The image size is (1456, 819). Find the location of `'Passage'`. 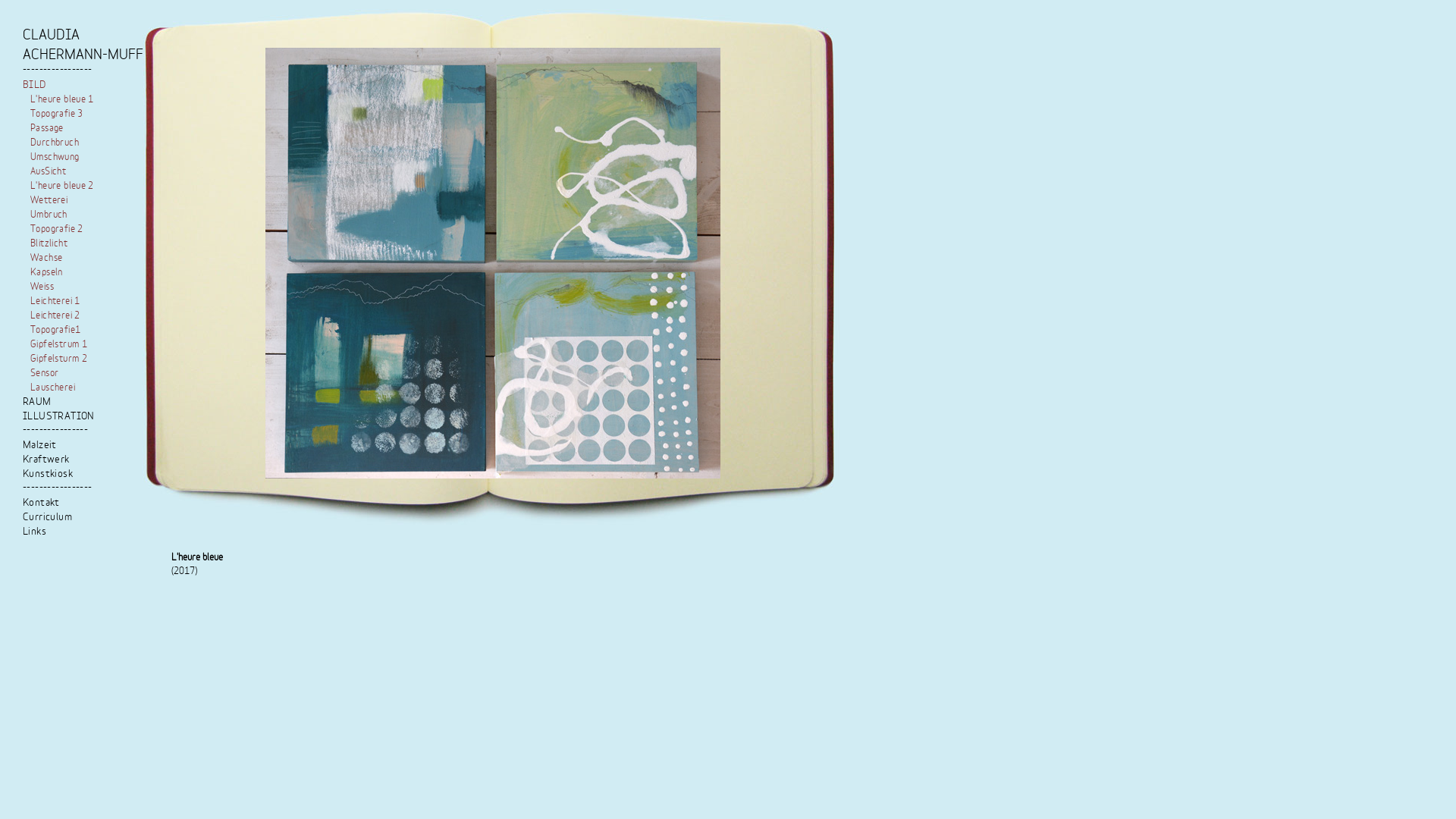

'Passage' is located at coordinates (47, 127).